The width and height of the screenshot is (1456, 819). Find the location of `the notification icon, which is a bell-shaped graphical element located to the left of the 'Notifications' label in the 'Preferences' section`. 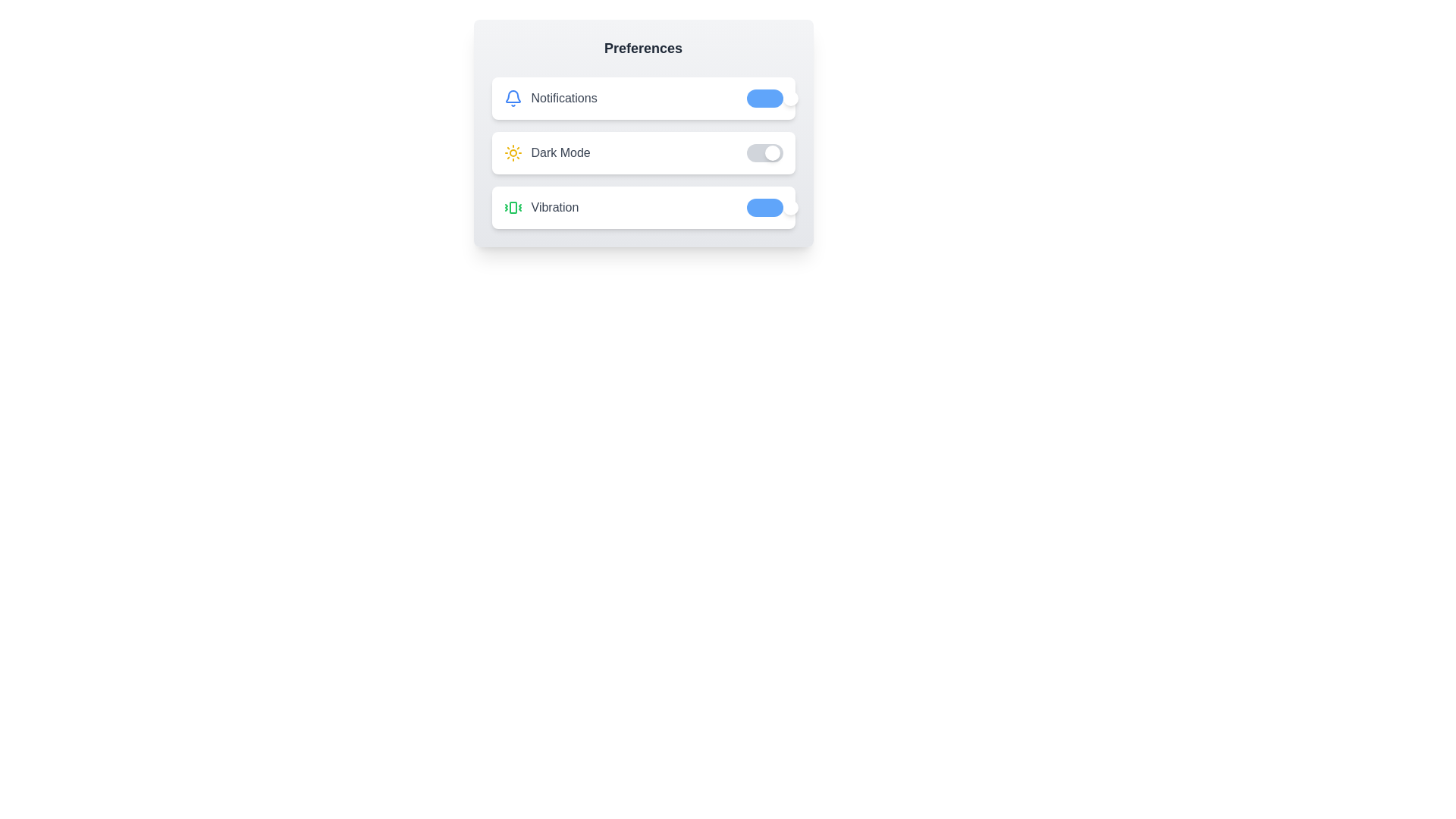

the notification icon, which is a bell-shaped graphical element located to the left of the 'Notifications' label in the 'Preferences' section is located at coordinates (513, 96).